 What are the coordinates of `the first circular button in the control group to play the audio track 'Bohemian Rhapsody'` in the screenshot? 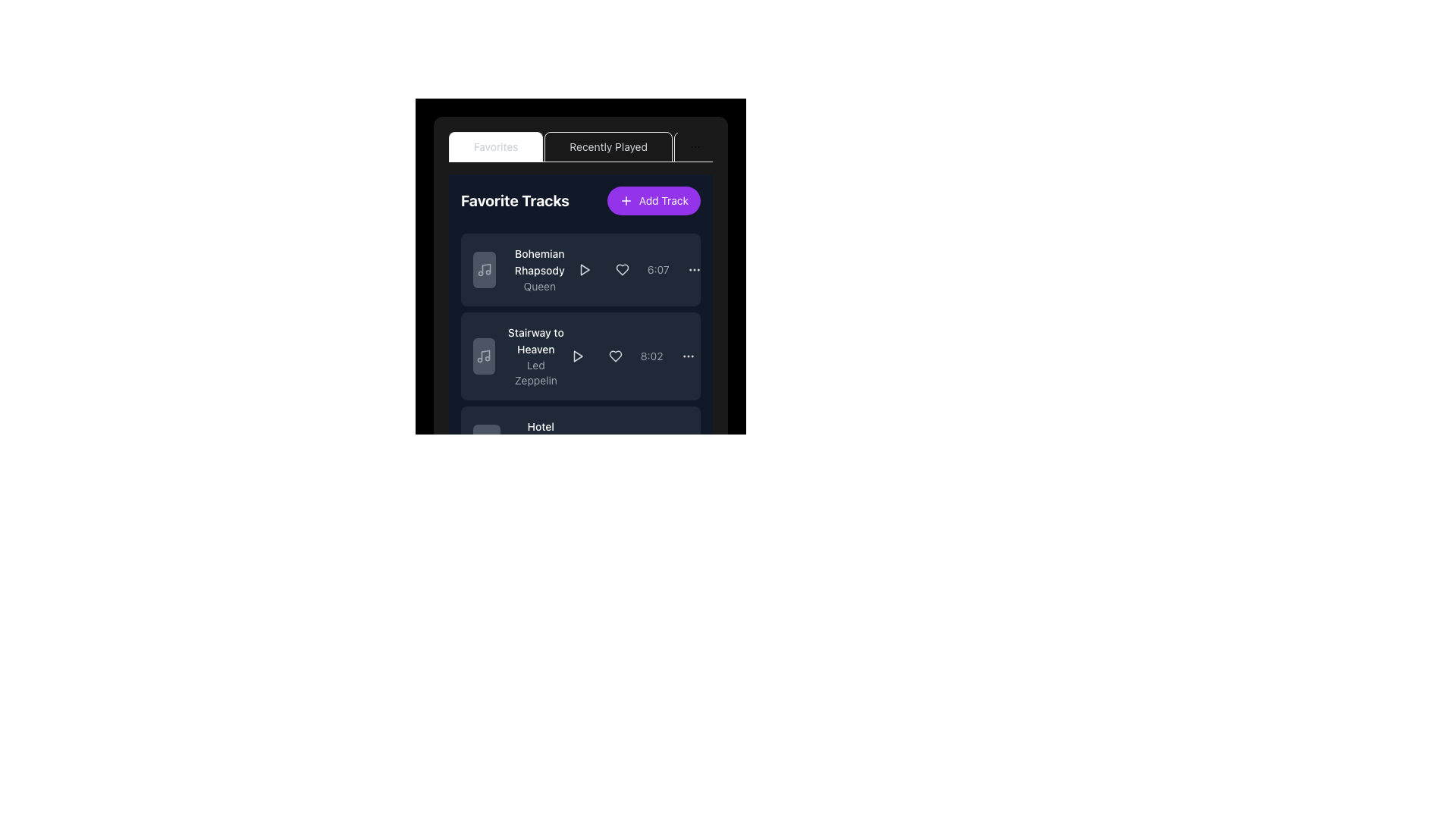 It's located at (583, 268).